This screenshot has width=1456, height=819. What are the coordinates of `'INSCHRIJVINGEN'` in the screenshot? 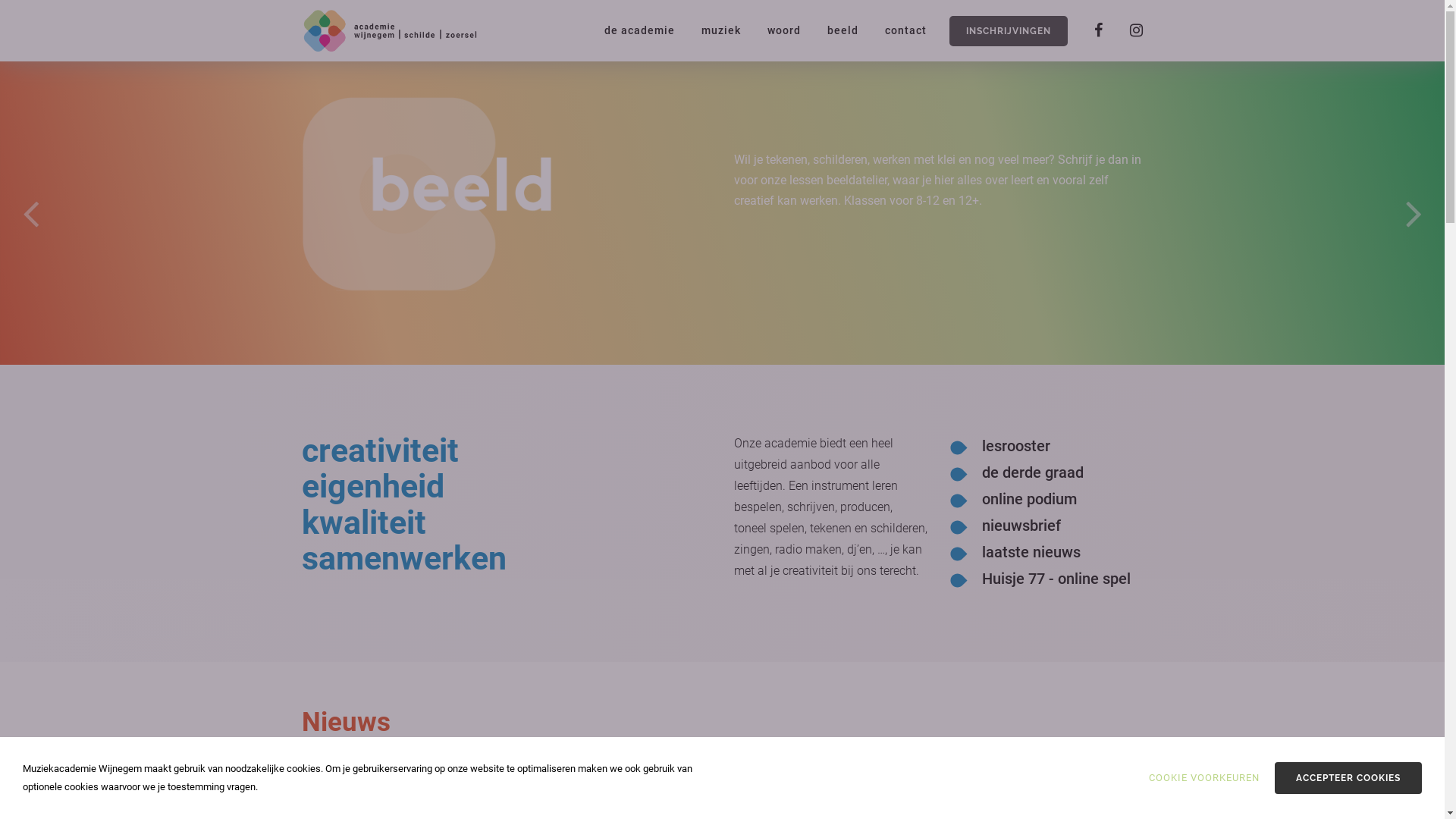 It's located at (949, 31).